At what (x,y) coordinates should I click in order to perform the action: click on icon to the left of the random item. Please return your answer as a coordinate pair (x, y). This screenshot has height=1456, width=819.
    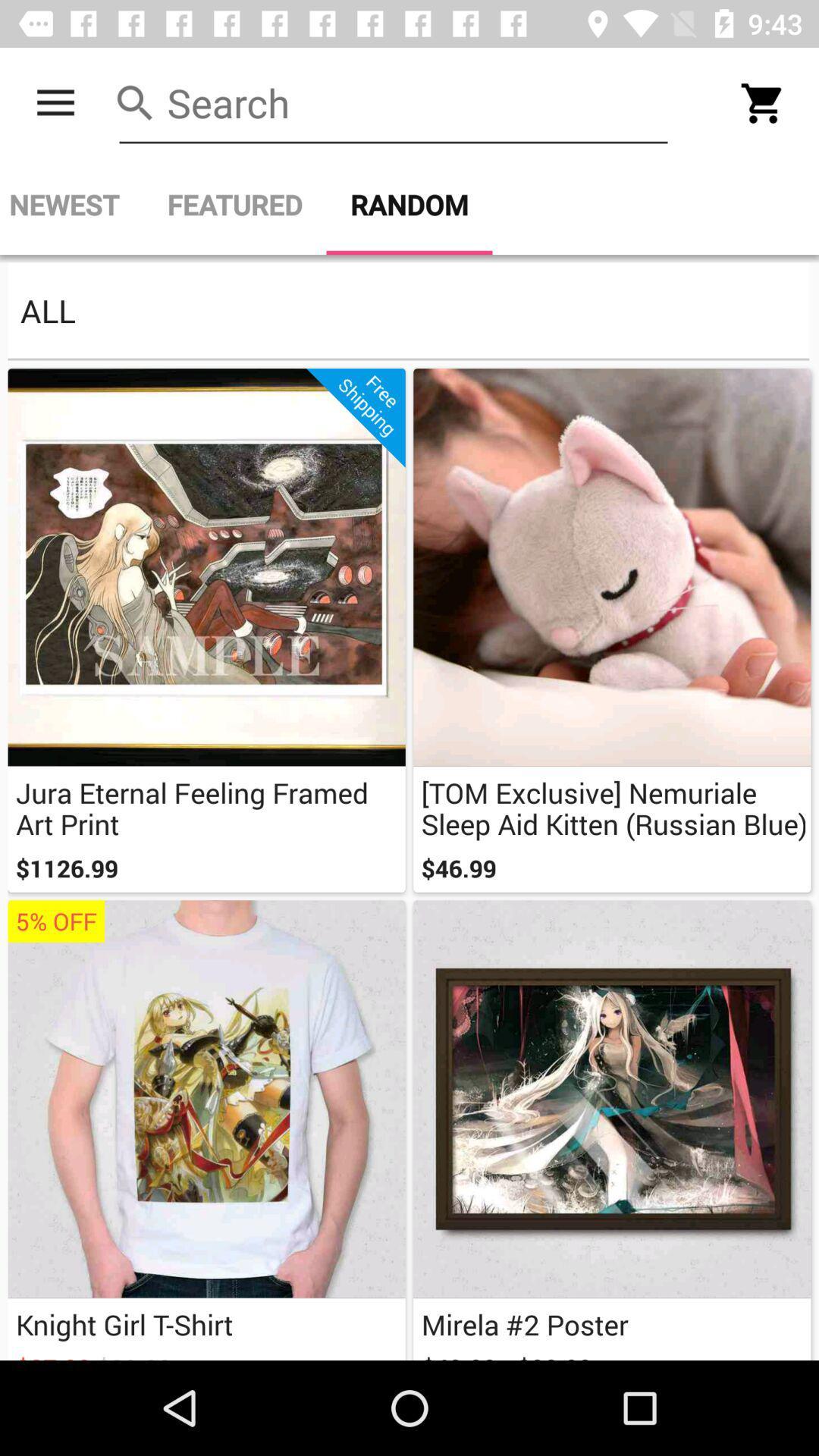
    Looking at the image, I should click on (234, 204).